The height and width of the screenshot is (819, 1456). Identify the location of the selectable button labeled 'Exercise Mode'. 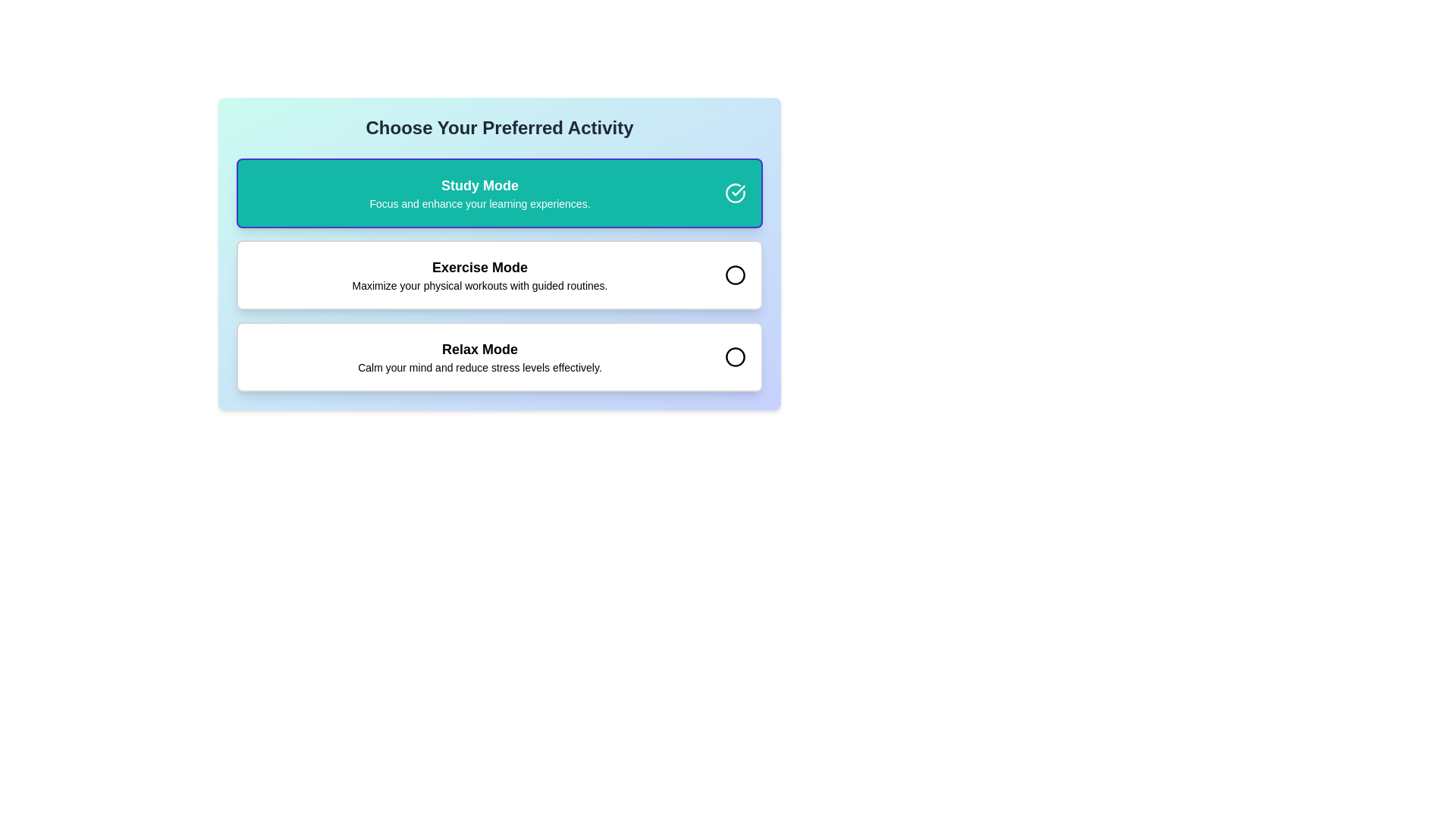
(499, 253).